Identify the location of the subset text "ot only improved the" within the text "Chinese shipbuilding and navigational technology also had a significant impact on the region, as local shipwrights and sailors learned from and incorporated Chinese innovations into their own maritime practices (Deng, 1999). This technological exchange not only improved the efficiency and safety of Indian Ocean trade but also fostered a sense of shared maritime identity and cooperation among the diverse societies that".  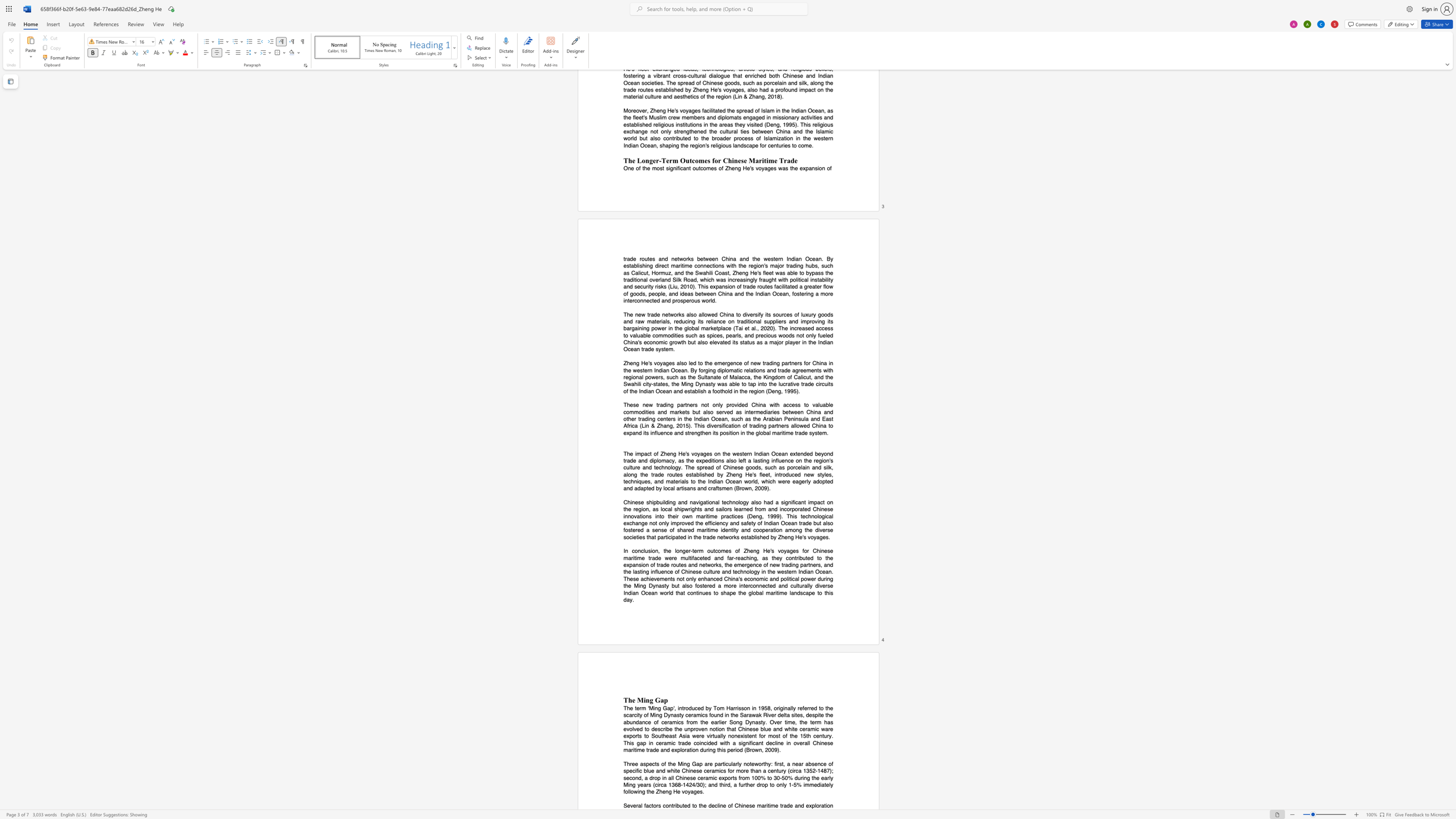
(652, 522).